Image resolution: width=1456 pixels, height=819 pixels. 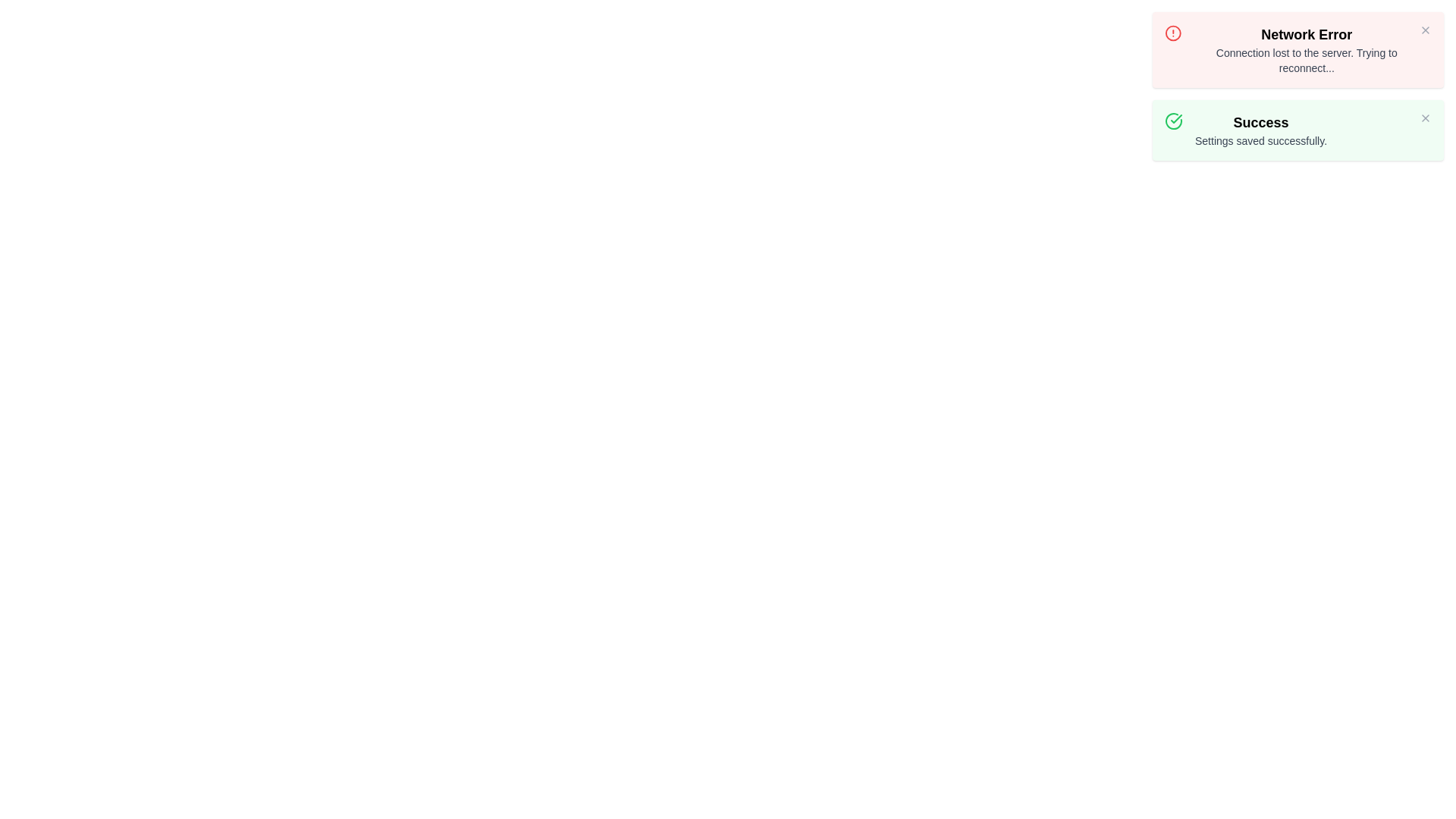 What do you see at coordinates (1261, 130) in the screenshot?
I see `text information displayed in the notification box indicating that settings have been saved successfully, which includes the title 'Success' and the message 'Settings saved successfully.'` at bounding box center [1261, 130].